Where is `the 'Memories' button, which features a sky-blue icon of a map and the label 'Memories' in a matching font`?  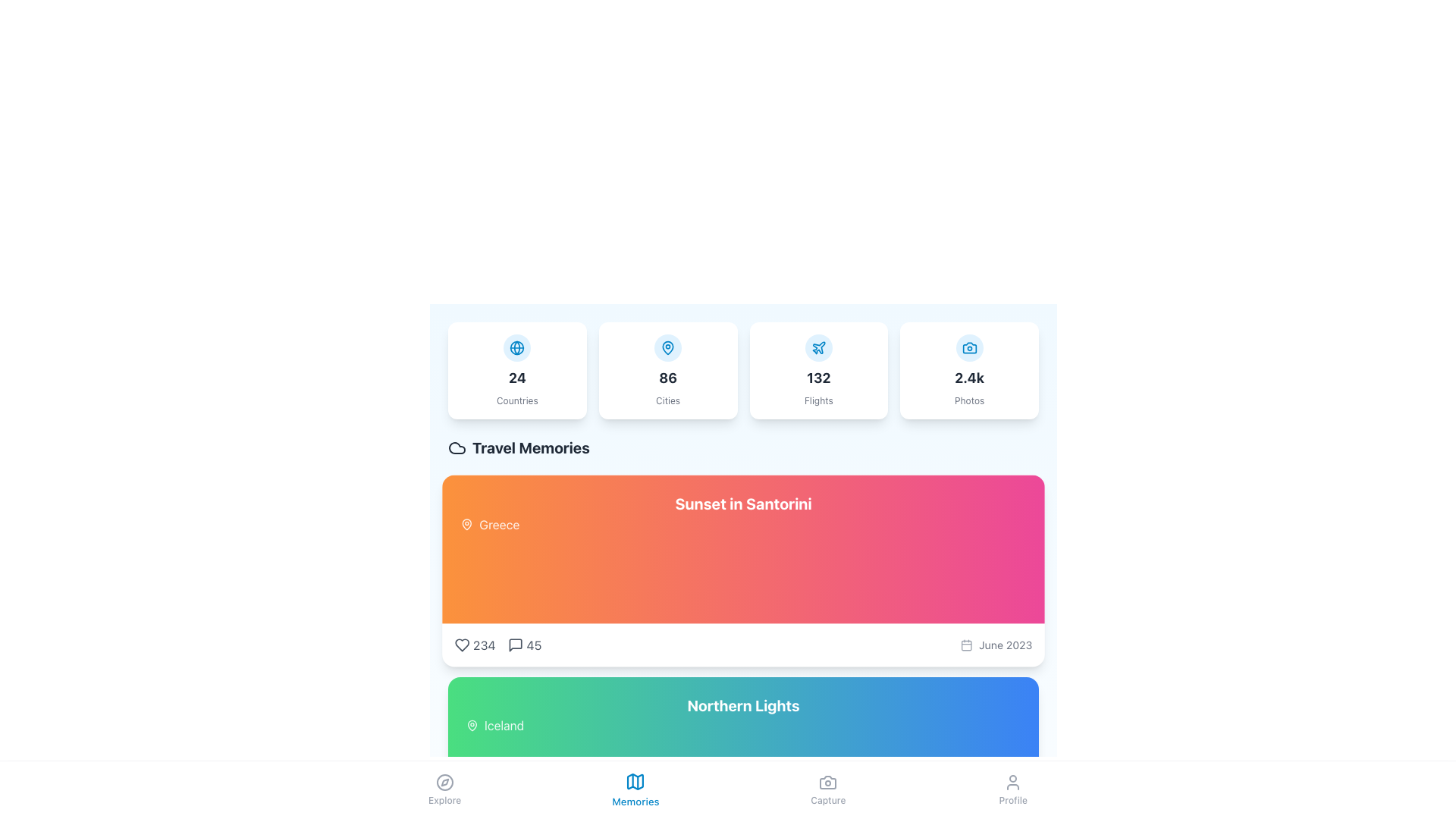
the 'Memories' button, which features a sky-blue icon of a map and the label 'Memories' in a matching font is located at coordinates (635, 789).